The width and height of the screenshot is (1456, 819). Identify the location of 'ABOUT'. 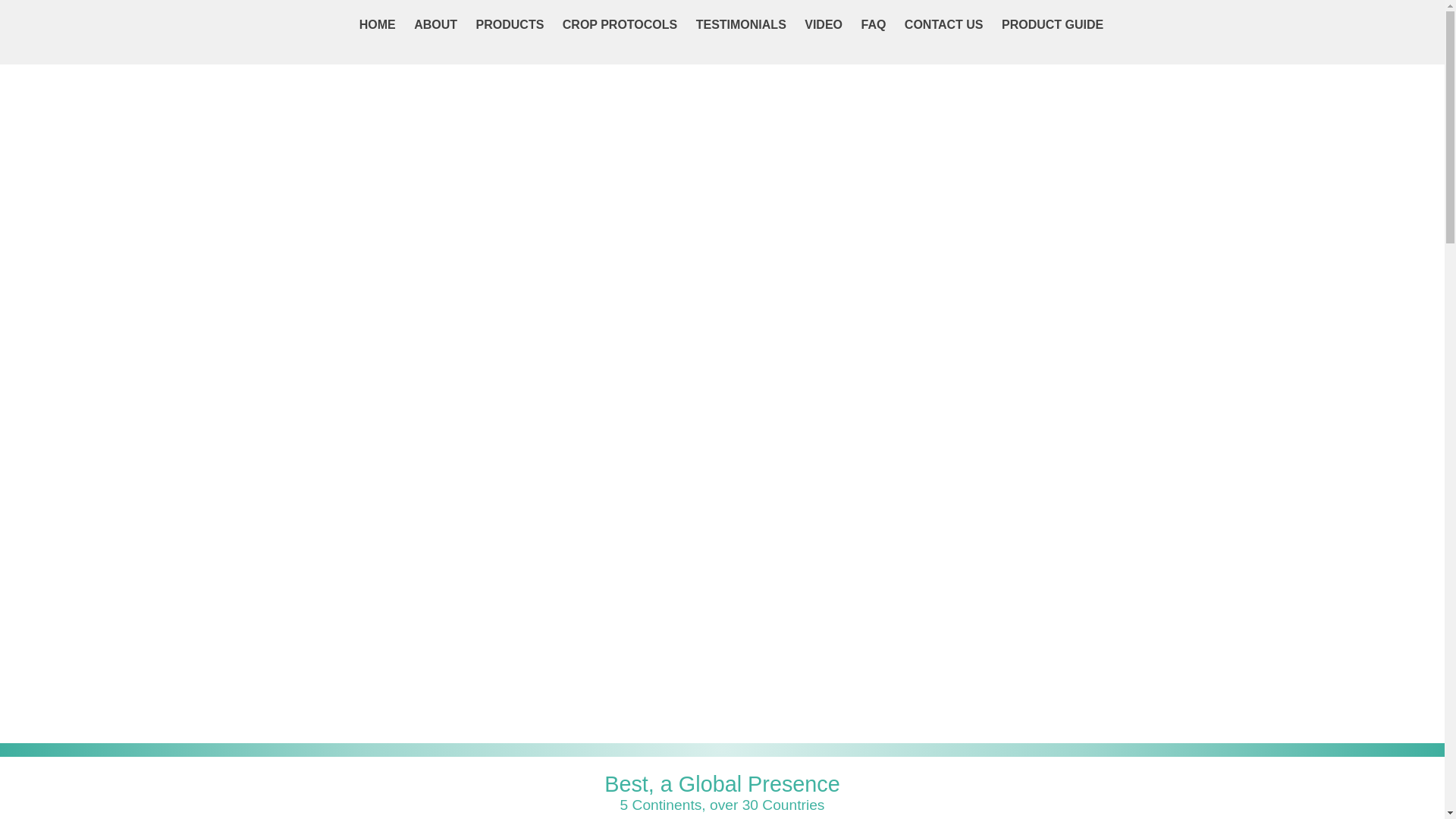
(435, 24).